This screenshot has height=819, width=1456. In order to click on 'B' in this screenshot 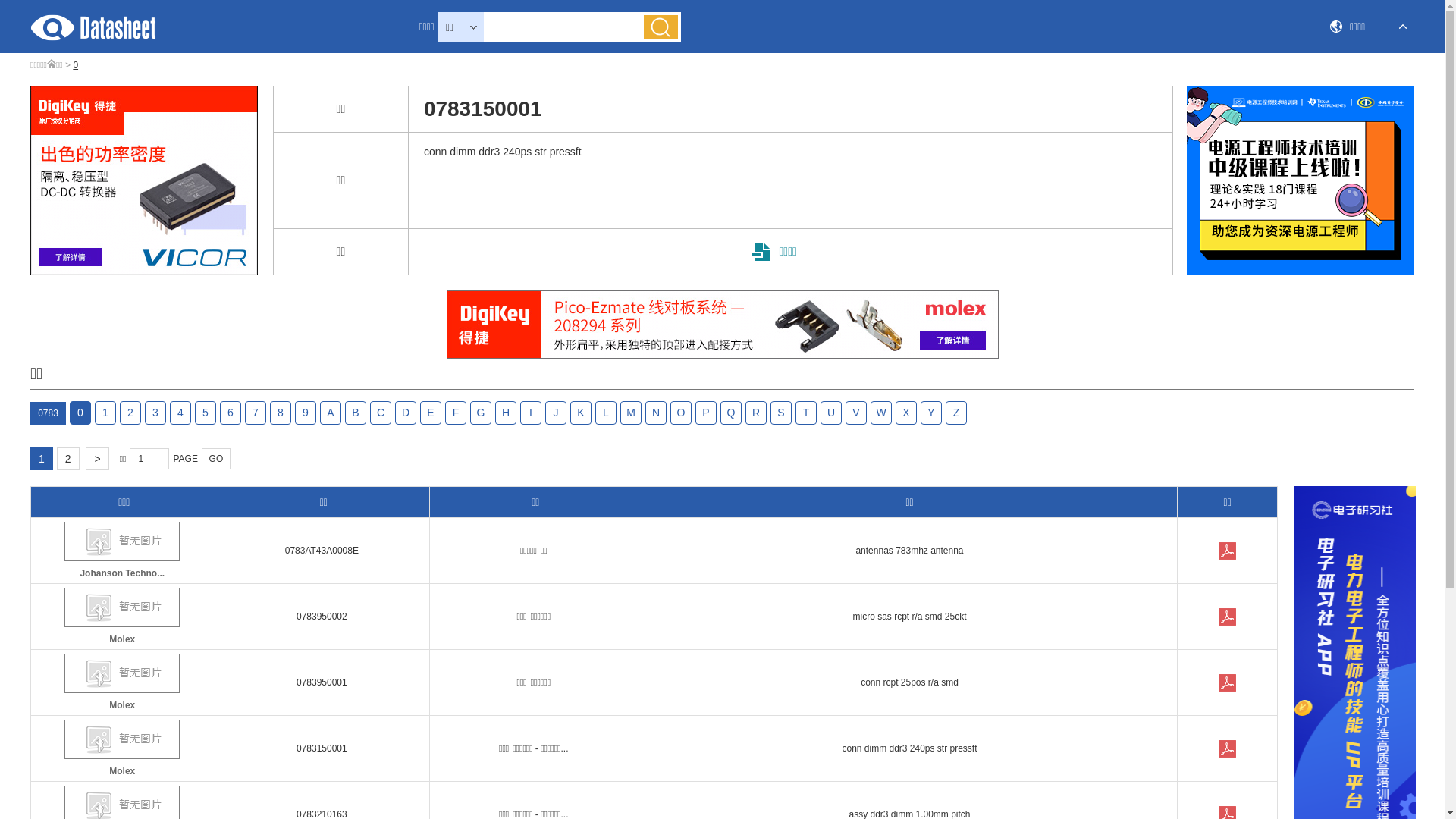, I will do `click(344, 413)`.